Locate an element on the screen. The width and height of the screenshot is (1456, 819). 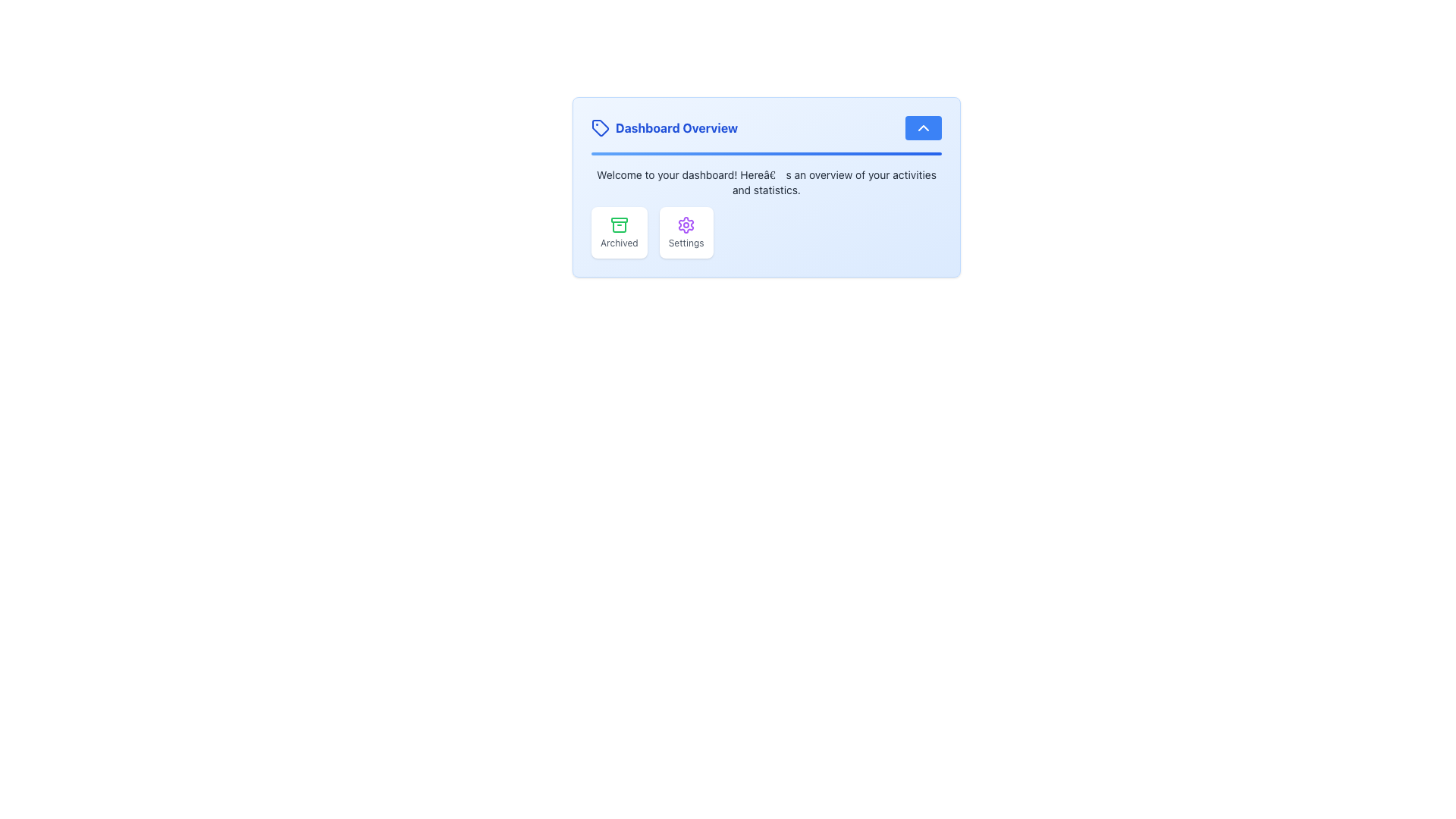
the settings icon located in the center of the 'Settings' section, positioned directly above the text labeled 'Settings' is located at coordinates (686, 225).